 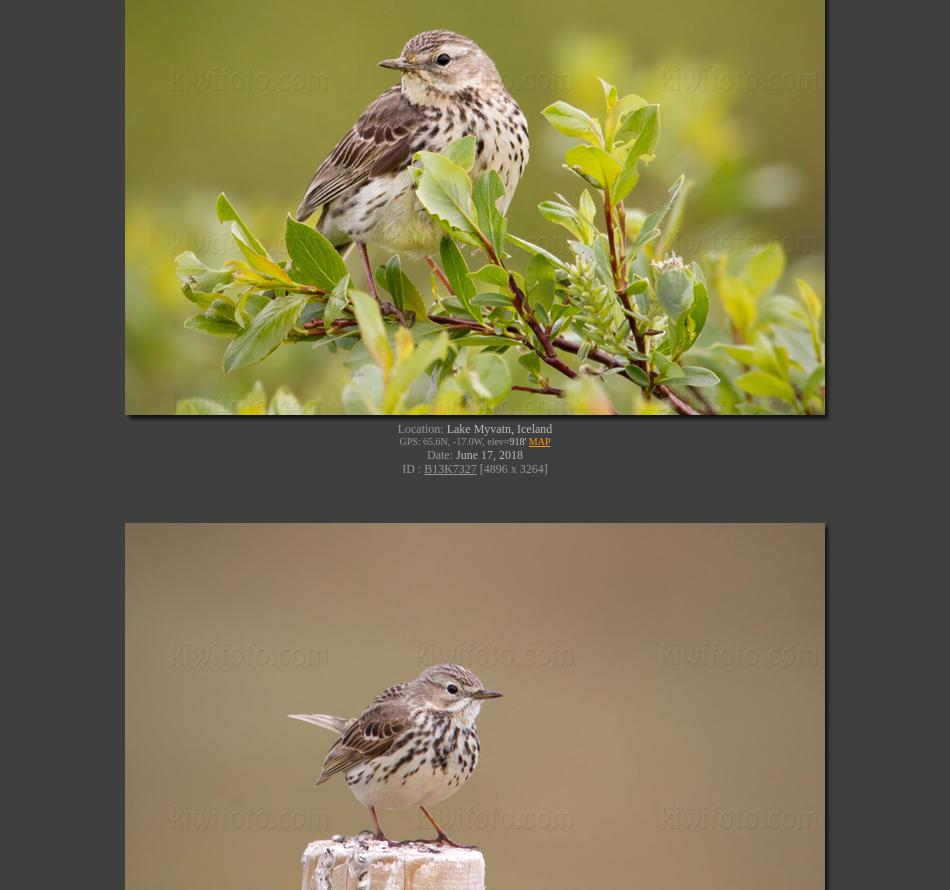 What do you see at coordinates (499, 427) in the screenshot?
I see `'Lake Myvatn, Iceland'` at bounding box center [499, 427].